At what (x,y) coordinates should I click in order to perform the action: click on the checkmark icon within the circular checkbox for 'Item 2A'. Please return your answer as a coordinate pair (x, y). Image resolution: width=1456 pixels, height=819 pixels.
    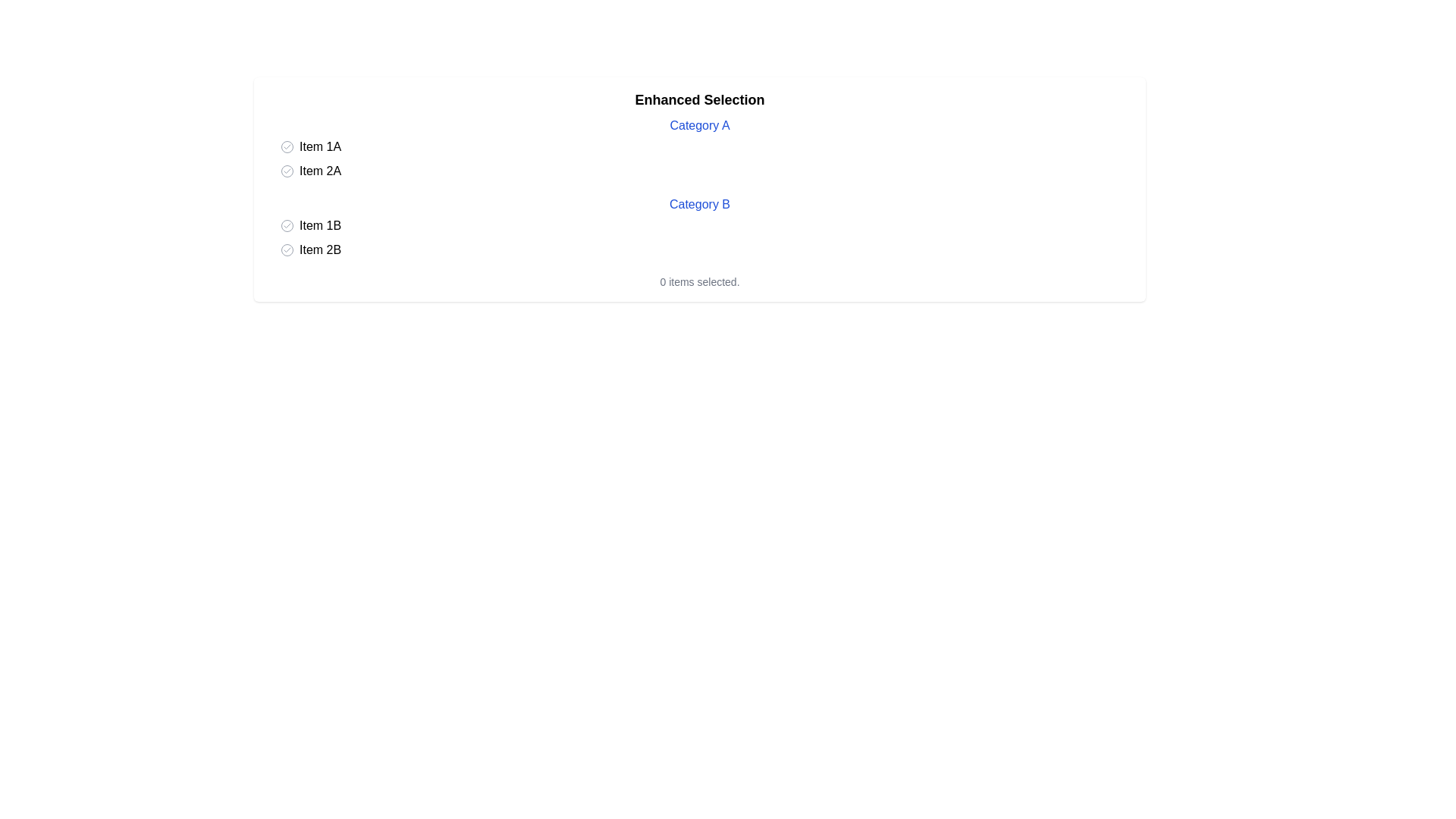
    Looking at the image, I should click on (287, 171).